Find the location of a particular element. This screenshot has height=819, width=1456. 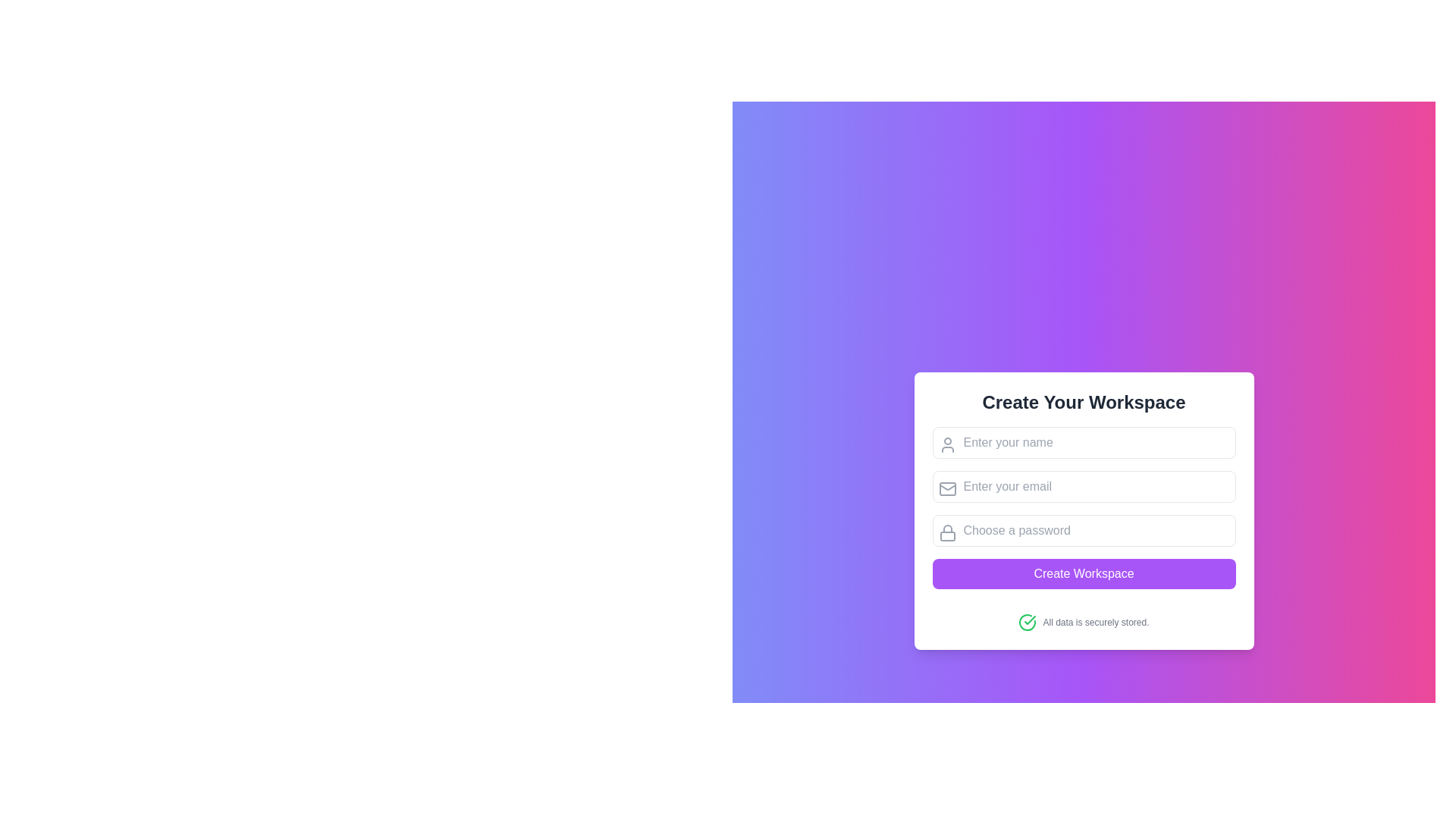

the green circular icon with a checkmark, which indicates a successful state, located to the left of the text 'All data is securely stored.' below the 'Create Workspace' button is located at coordinates (1028, 623).